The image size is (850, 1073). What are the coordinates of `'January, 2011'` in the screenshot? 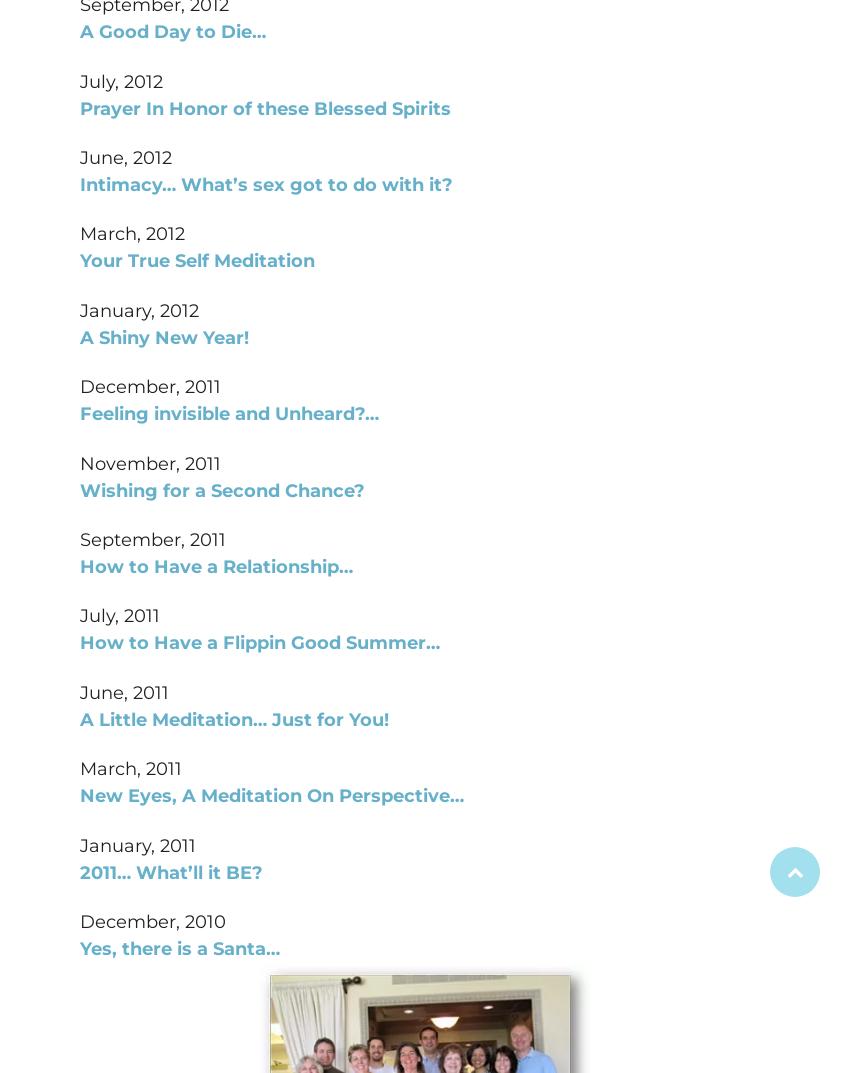 It's located at (138, 843).